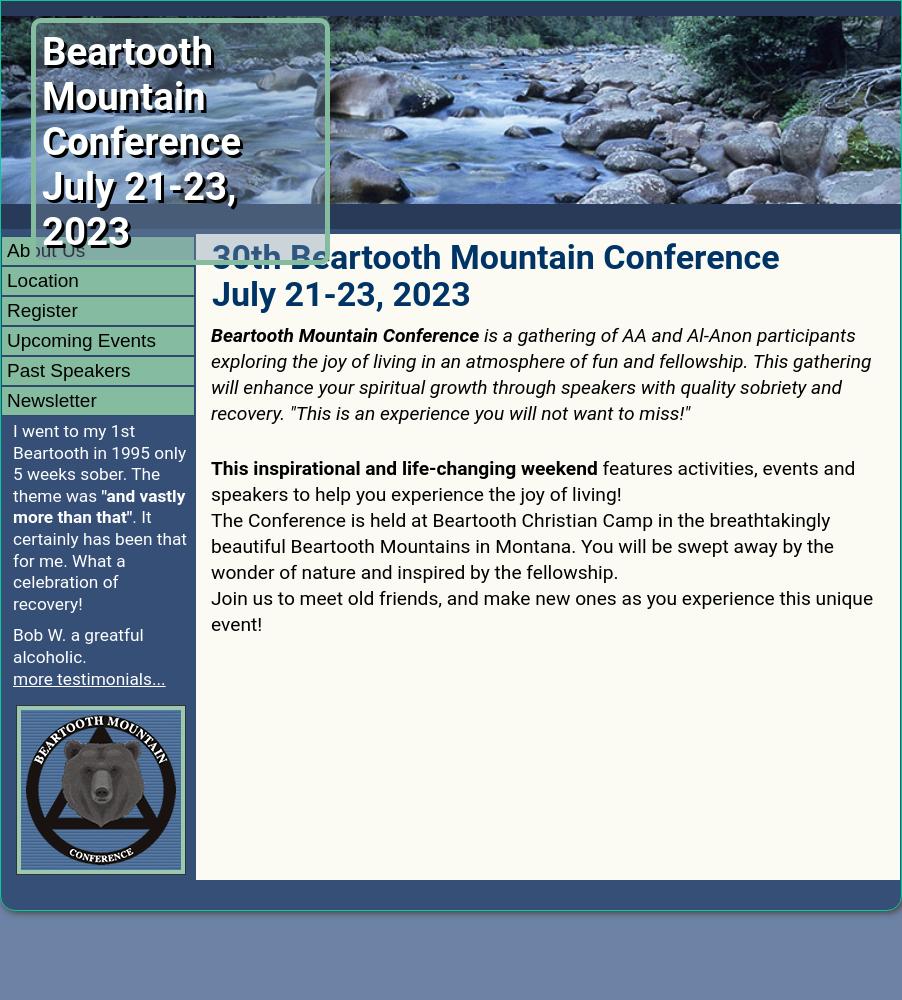 The width and height of the screenshot is (902, 1000). I want to click on 'About Us', so click(45, 248).